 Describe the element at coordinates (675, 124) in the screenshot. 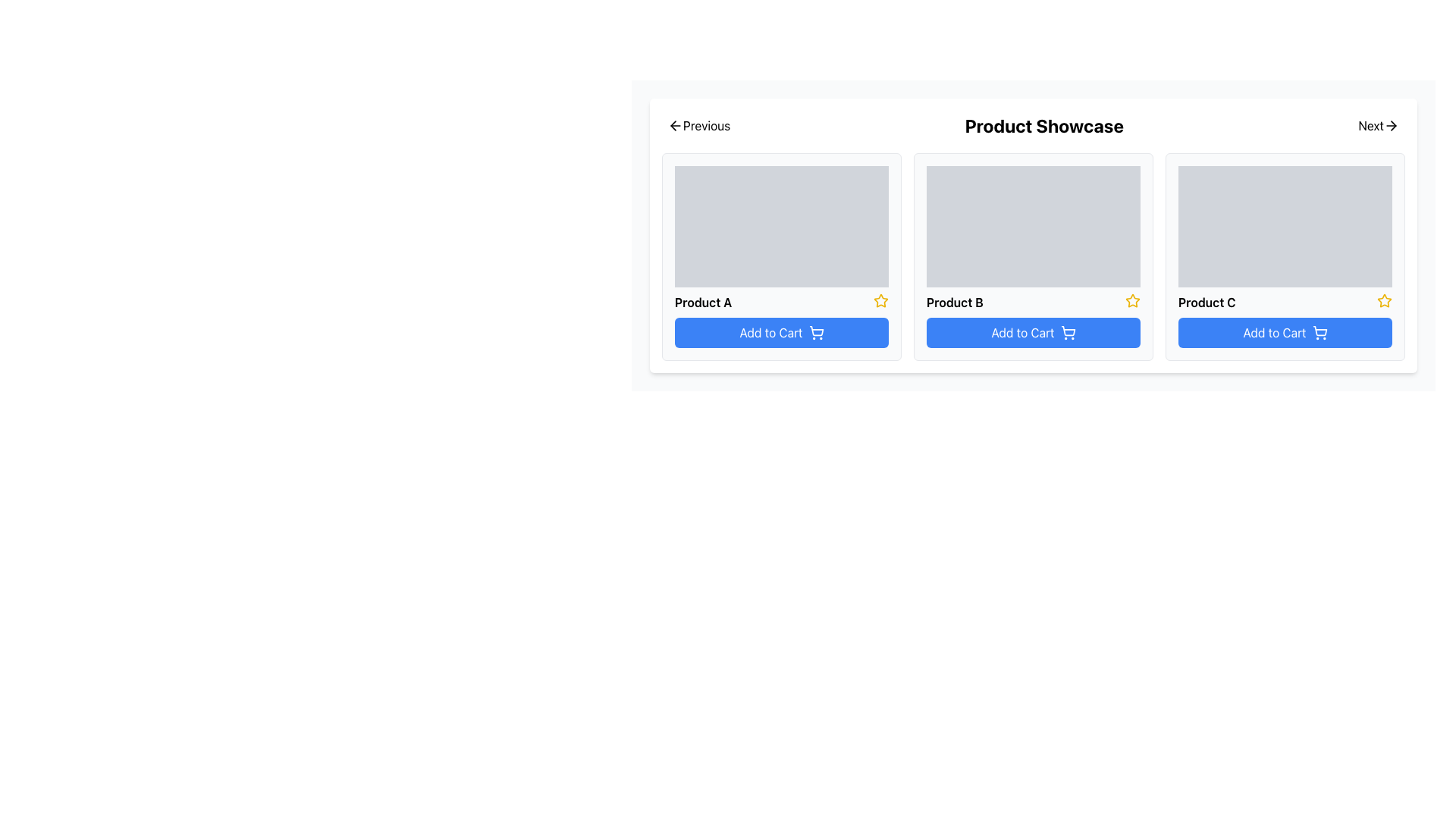

I see `the 'Previous' navigation icon located in the upper-left corner of the interface` at that location.